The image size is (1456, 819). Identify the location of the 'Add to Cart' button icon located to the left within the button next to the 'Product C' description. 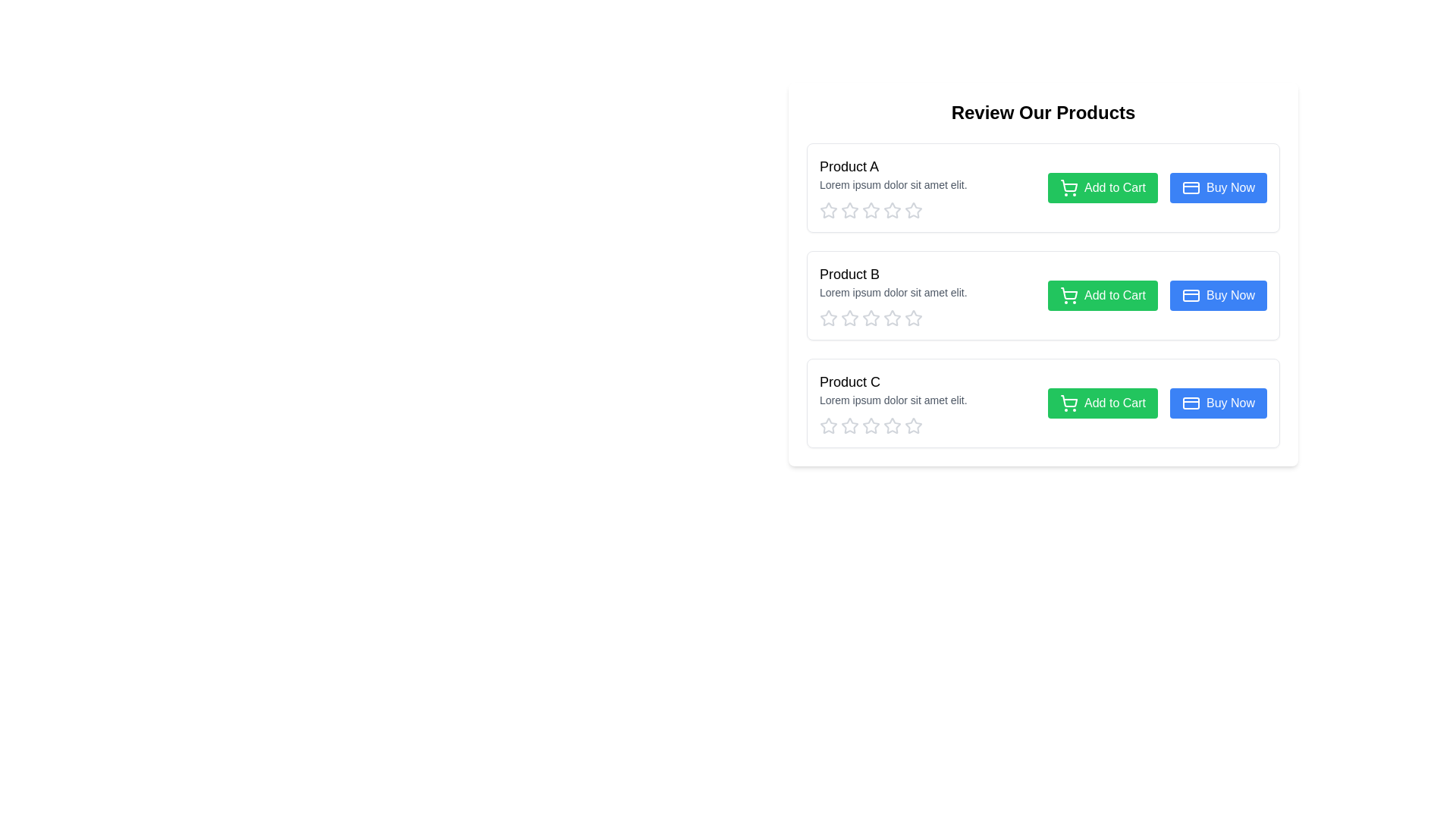
(1068, 403).